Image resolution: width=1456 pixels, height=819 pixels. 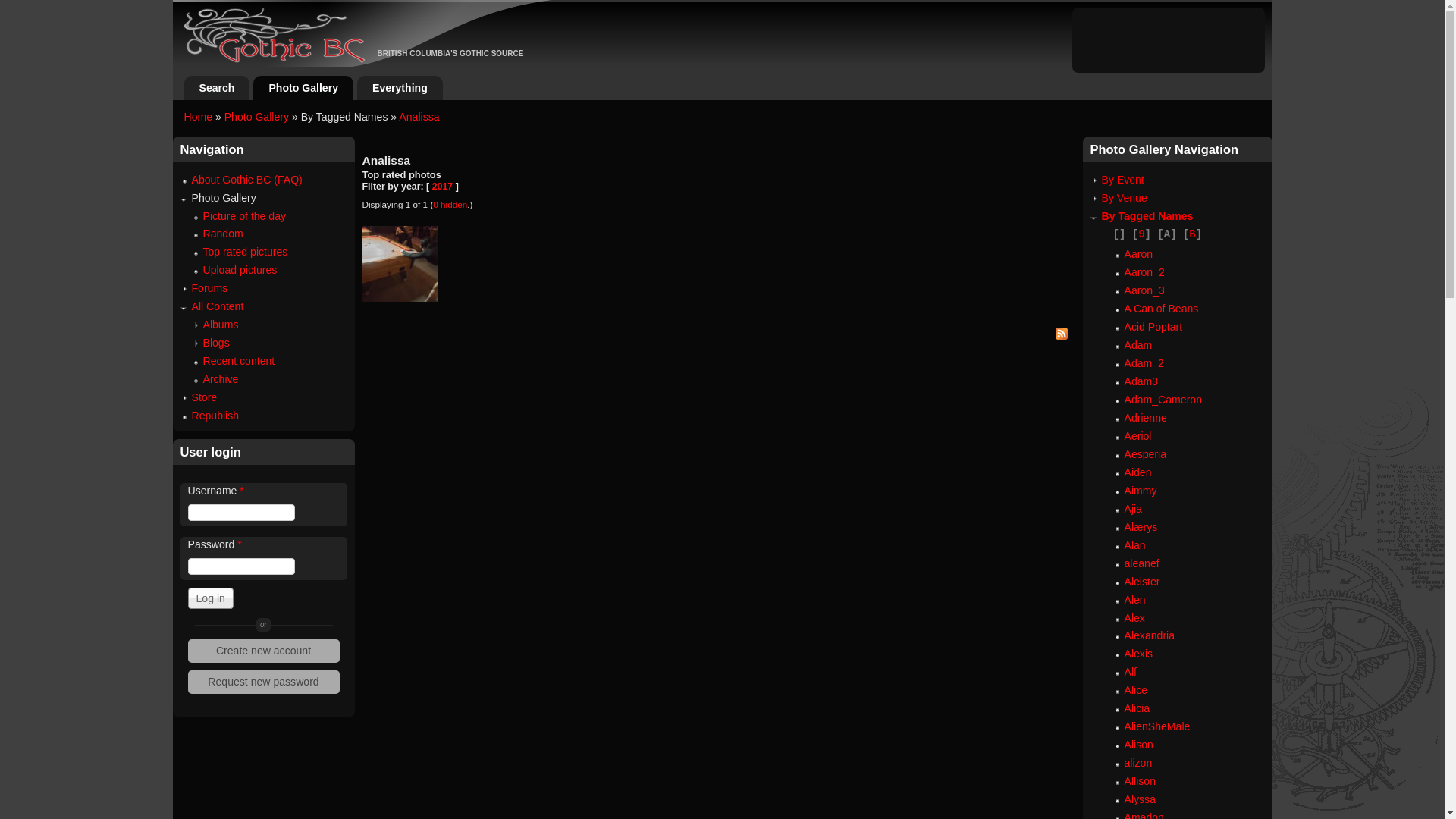 I want to click on 'OYAKXX', so click(x=400, y=262).